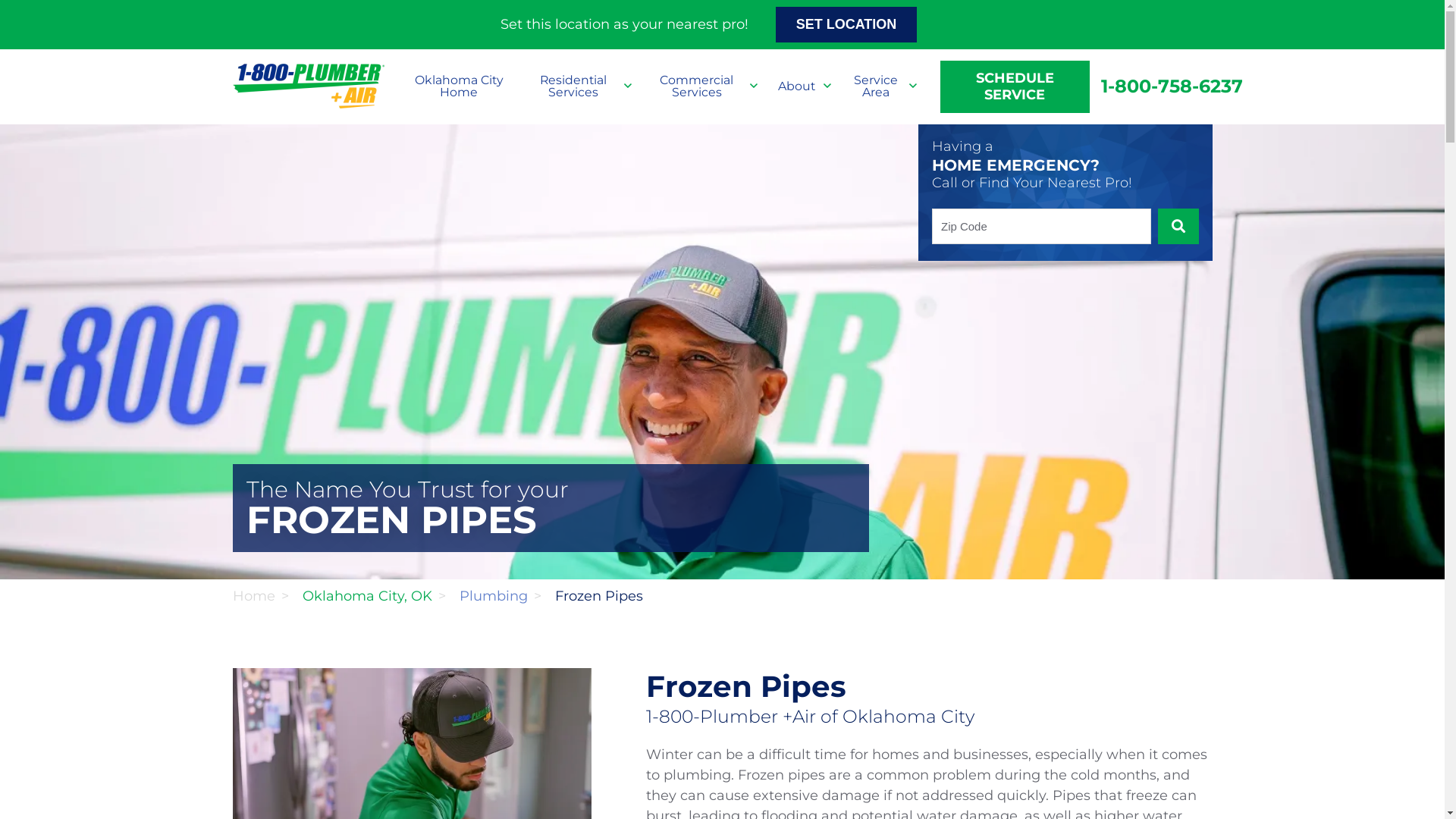  Describe the element at coordinates (400, 86) in the screenshot. I see `'Oklahoma City Home'` at that location.